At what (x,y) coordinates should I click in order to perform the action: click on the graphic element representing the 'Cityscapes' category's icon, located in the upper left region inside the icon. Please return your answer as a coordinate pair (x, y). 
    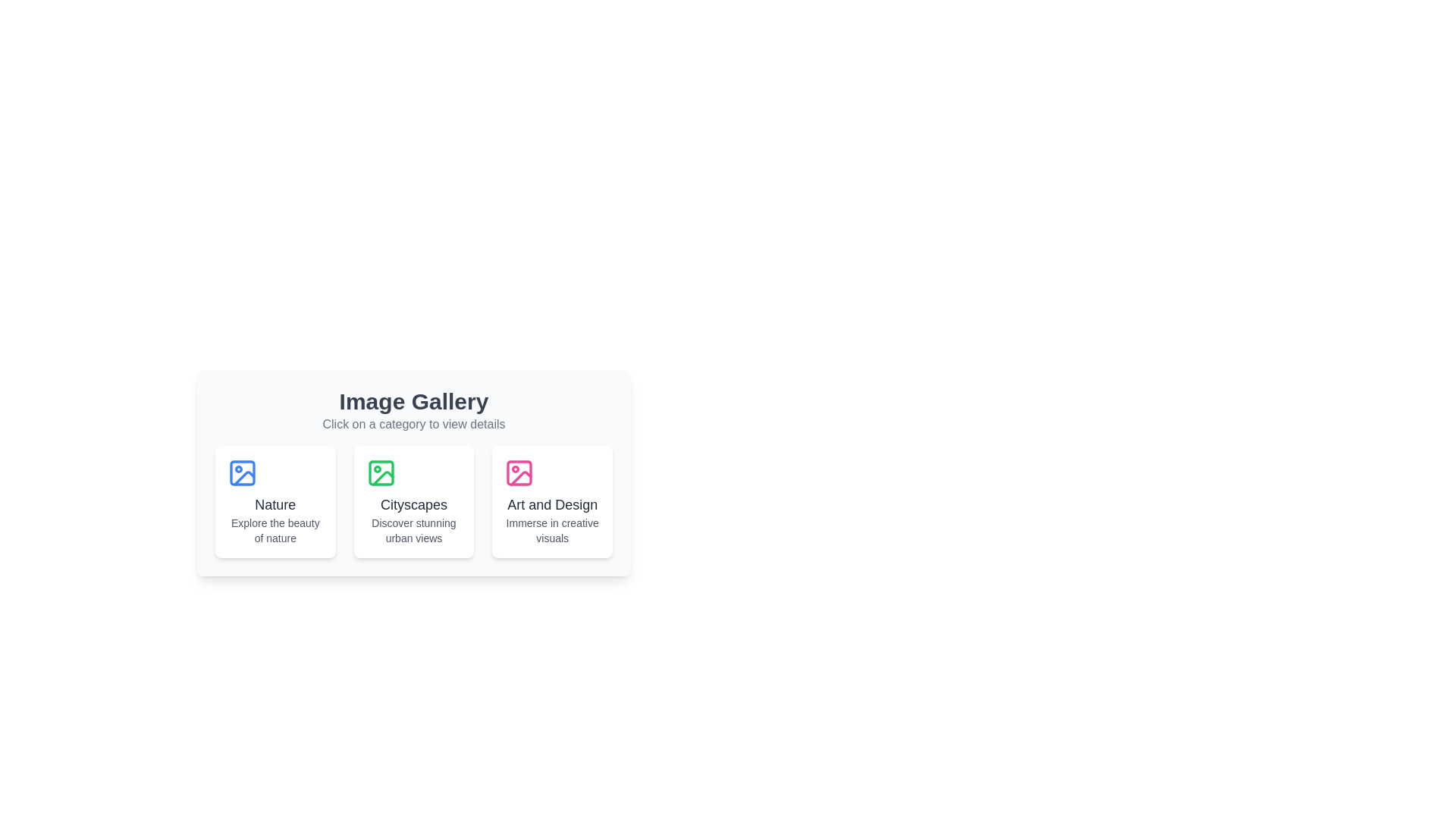
    Looking at the image, I should click on (381, 472).